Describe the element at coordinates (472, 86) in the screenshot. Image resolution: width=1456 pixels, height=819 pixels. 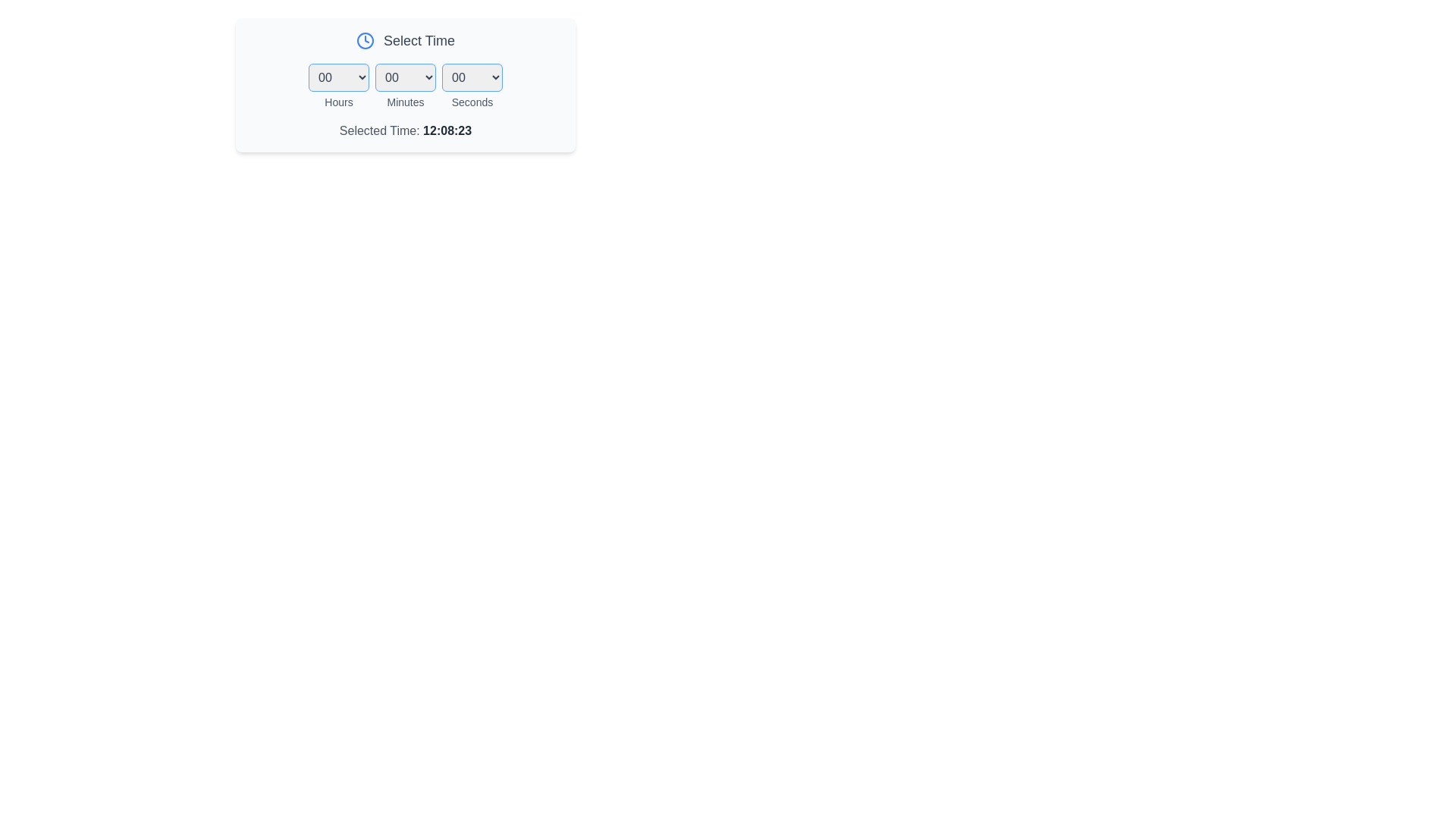
I see `to expand the 'Seconds' dropdown menu, which is the third dropdown in a group of three, positioned below the 'Minutes' dropdown` at that location.